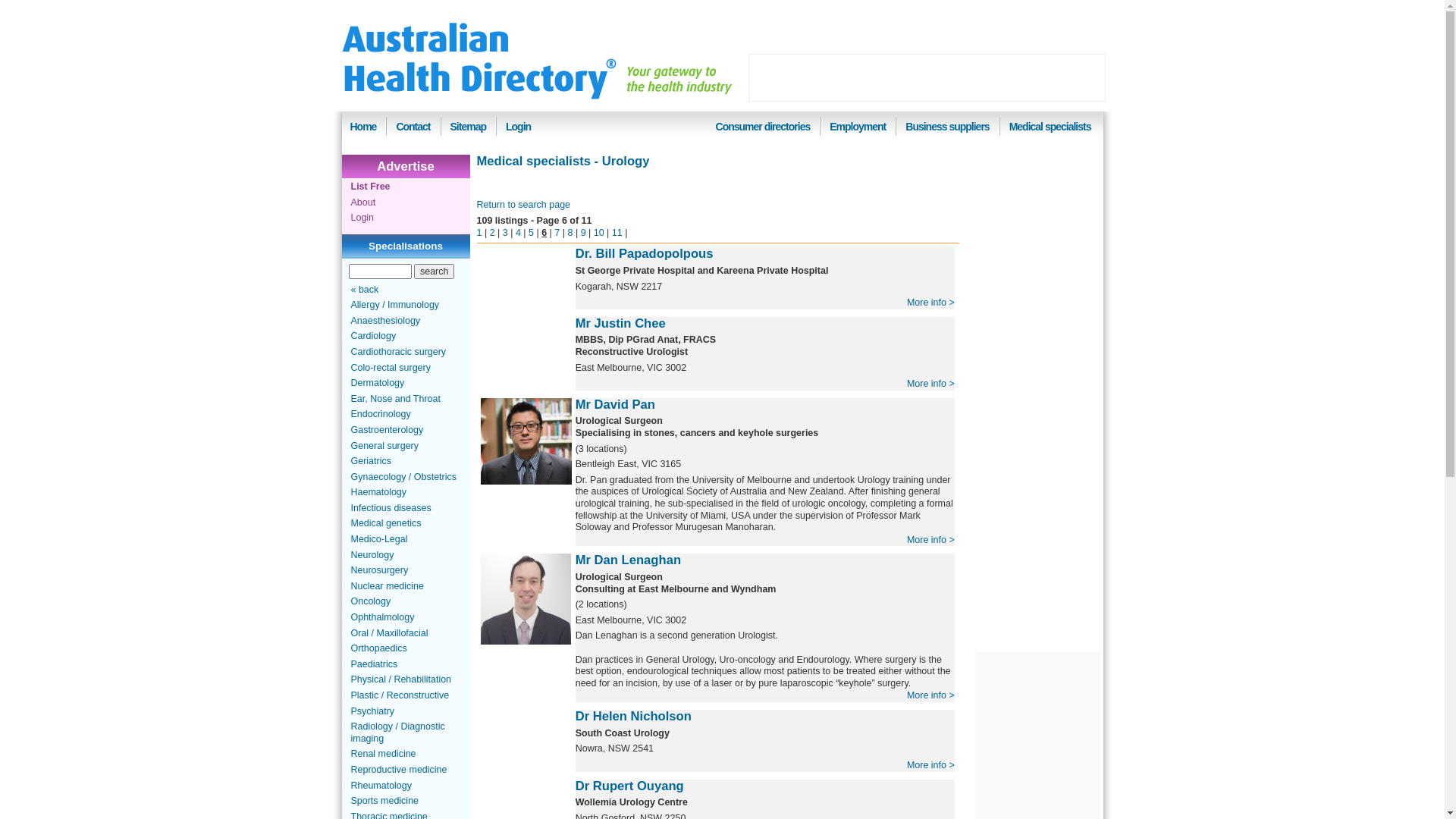 Image resolution: width=1456 pixels, height=819 pixels. What do you see at coordinates (378, 491) in the screenshot?
I see `'Haematology'` at bounding box center [378, 491].